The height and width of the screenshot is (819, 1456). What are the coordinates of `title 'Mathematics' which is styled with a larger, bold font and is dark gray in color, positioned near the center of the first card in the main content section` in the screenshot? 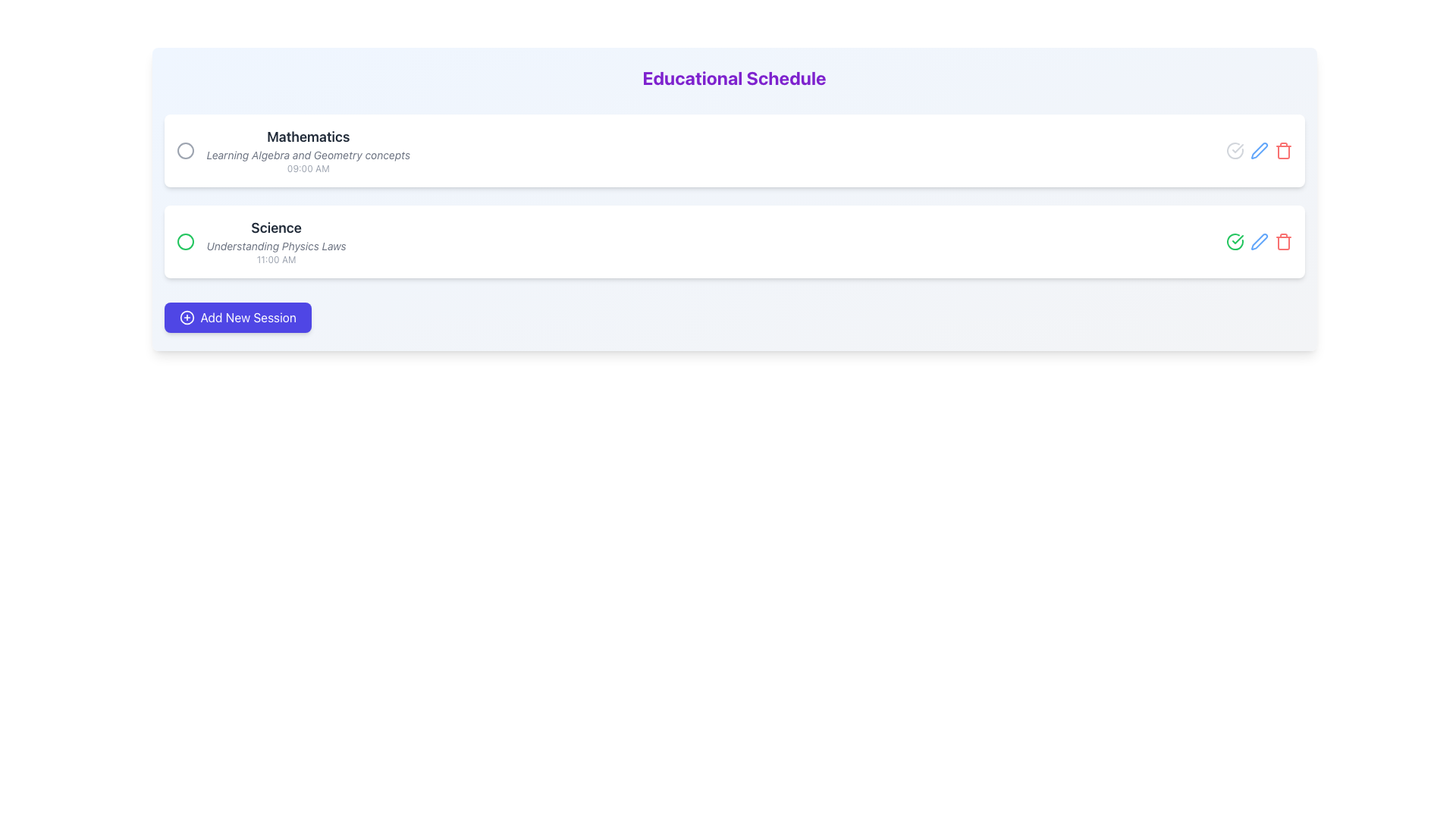 It's located at (307, 137).